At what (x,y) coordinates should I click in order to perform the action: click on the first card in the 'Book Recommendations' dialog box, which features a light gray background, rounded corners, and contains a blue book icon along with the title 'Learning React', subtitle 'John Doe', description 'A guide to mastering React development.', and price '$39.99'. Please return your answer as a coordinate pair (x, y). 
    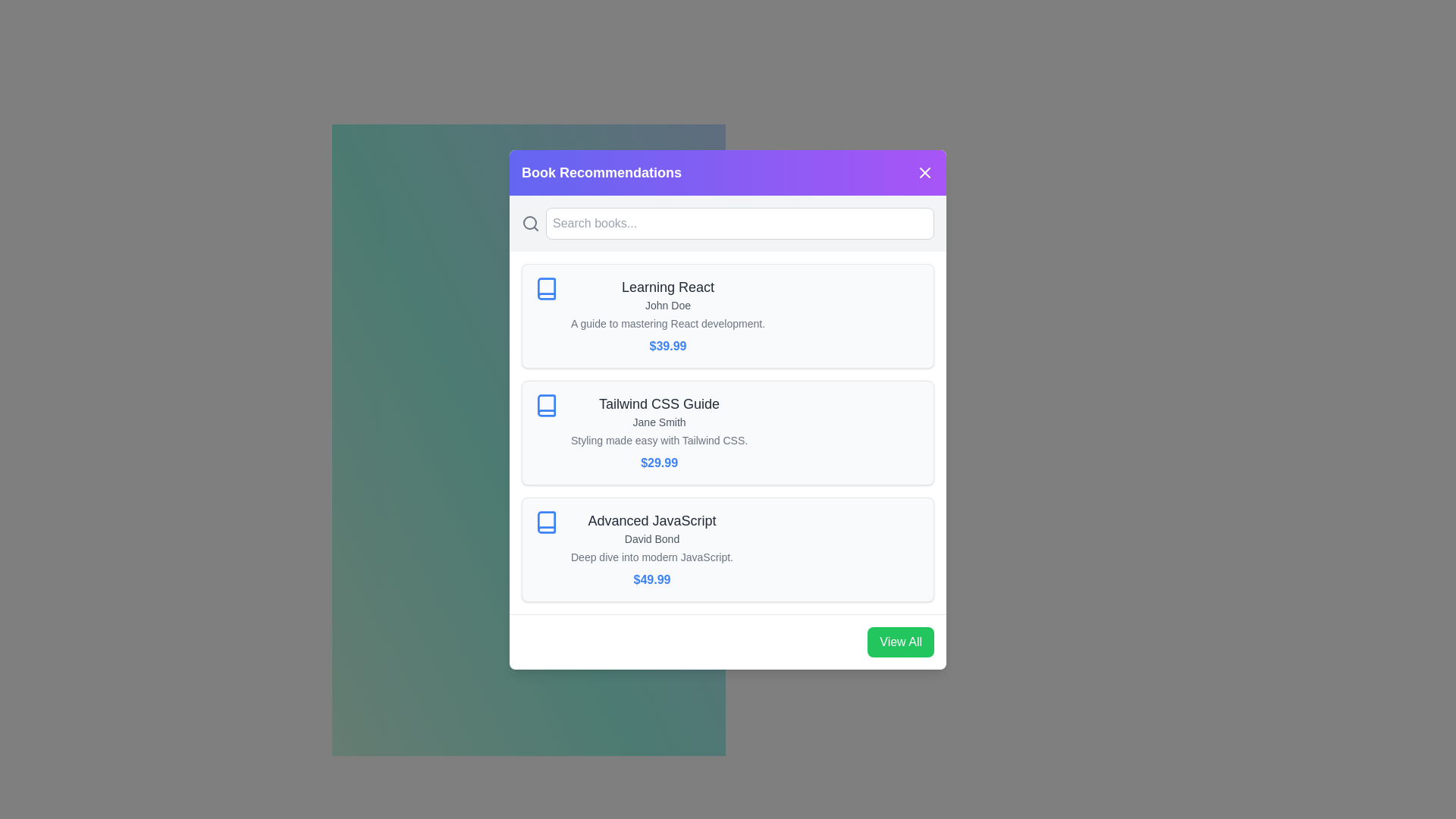
    Looking at the image, I should click on (728, 315).